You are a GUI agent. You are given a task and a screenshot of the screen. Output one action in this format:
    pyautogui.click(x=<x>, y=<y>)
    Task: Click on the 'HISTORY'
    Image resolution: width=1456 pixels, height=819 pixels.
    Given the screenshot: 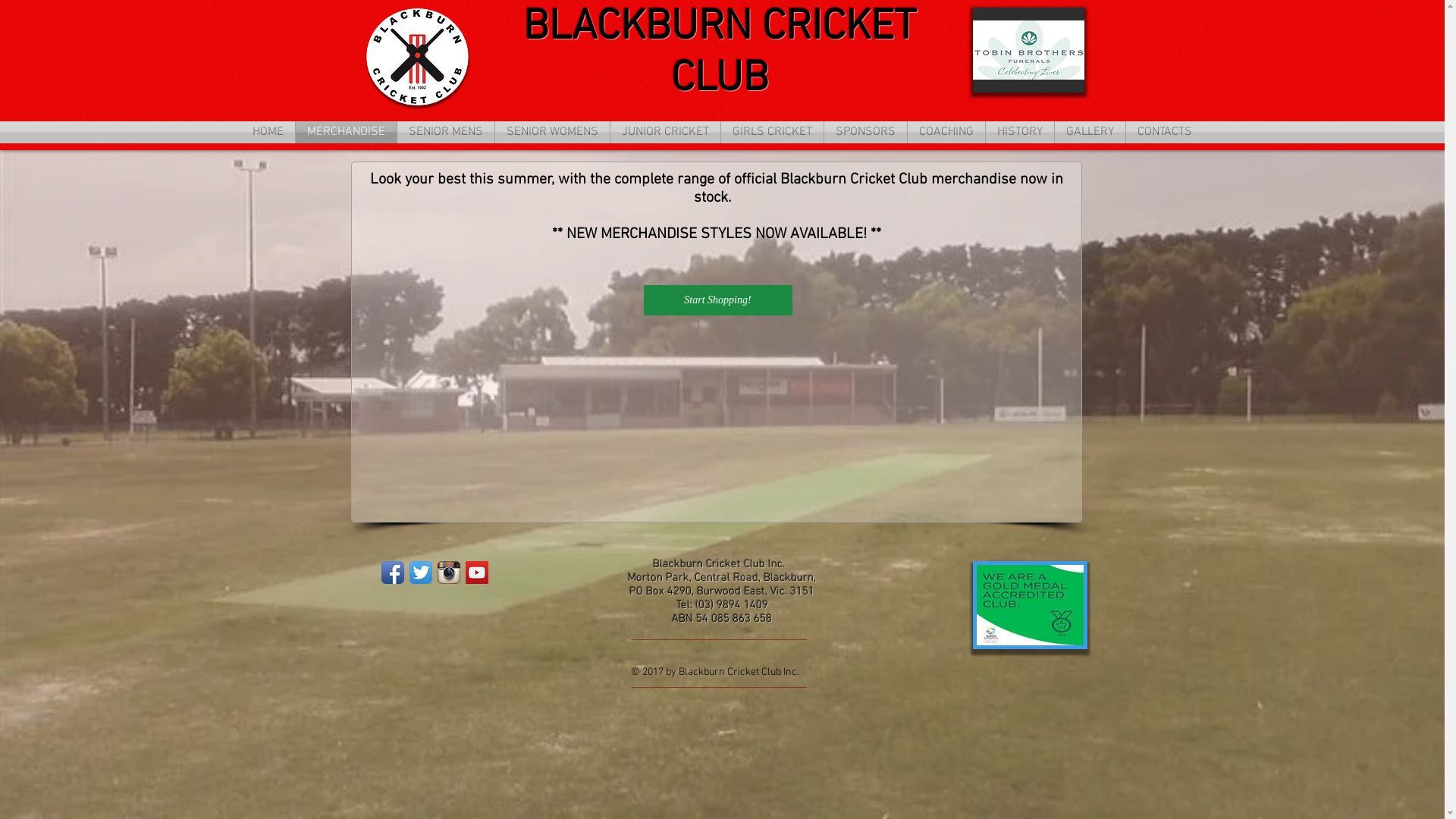 What is the action you would take?
    pyautogui.click(x=1019, y=131)
    